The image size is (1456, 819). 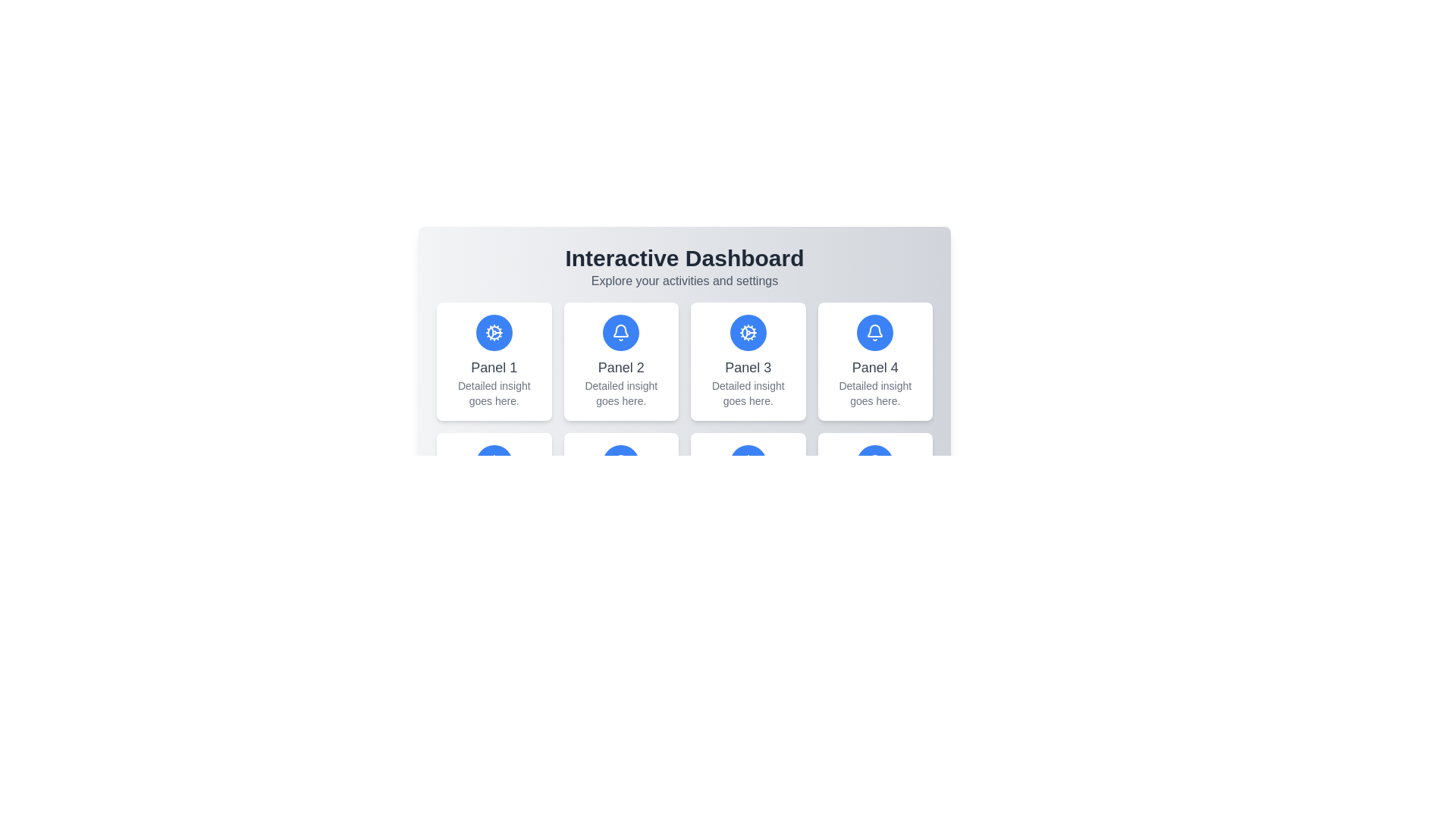 I want to click on the circular icon with a blue background and white bell-shaped symbol located in the center of the tile labeled 'Panel 2' under the 'Interactive Dashboard', so click(x=621, y=332).